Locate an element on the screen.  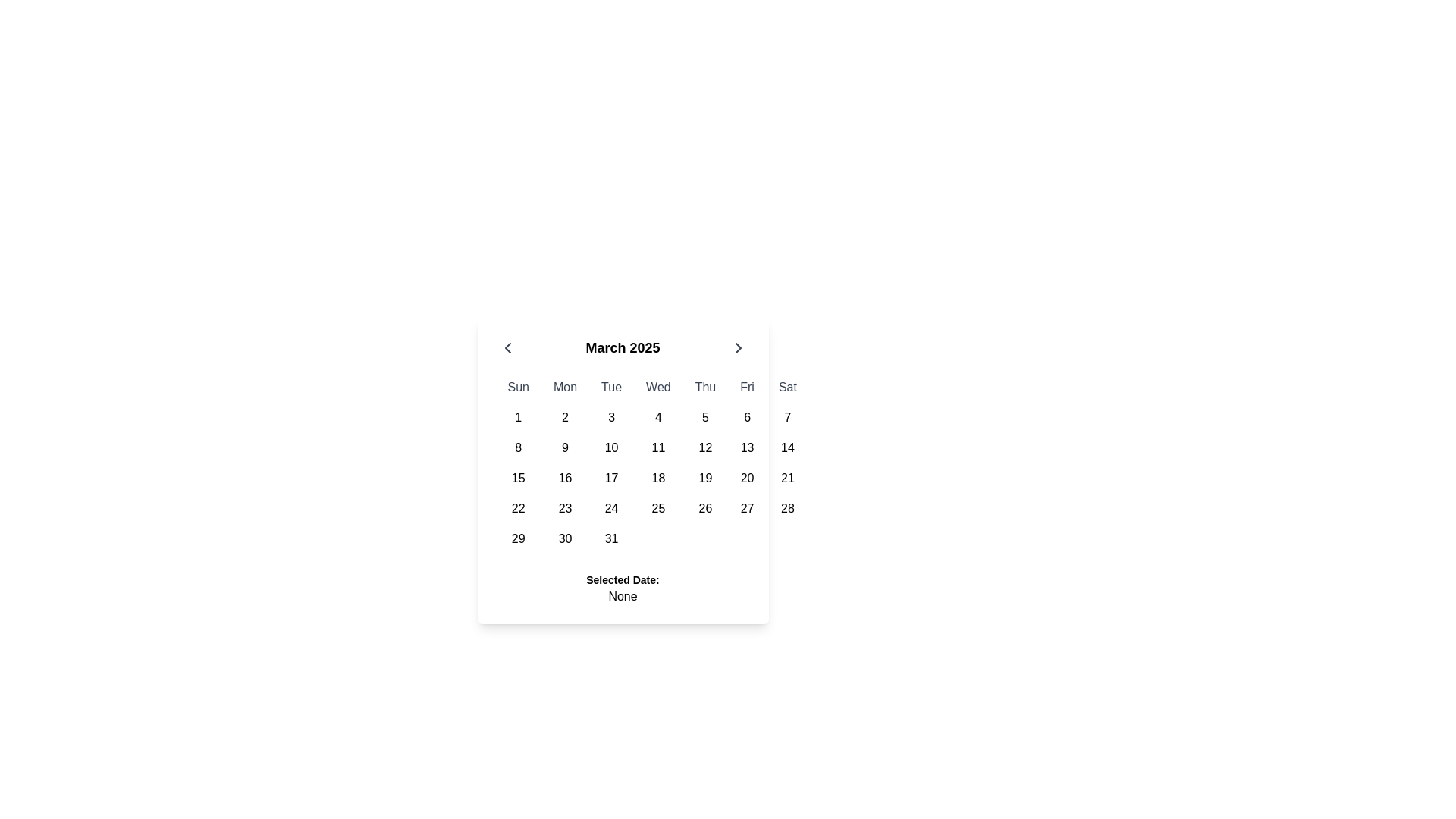
the button with an embedded icon located at the top-right corner of the calendar widget to observe hover effects is located at coordinates (738, 348).